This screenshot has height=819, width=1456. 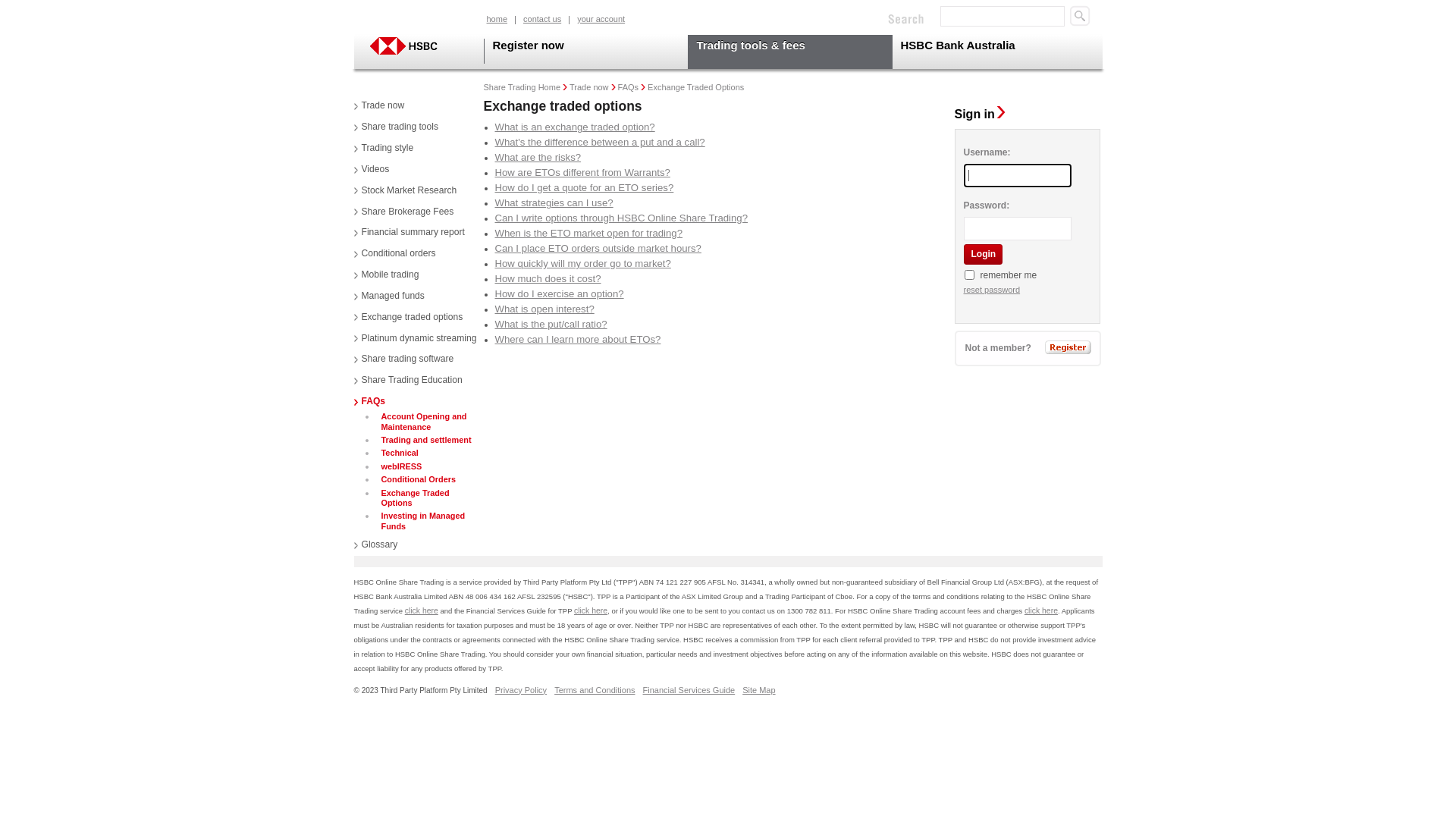 What do you see at coordinates (397, 452) in the screenshot?
I see `'Technical'` at bounding box center [397, 452].